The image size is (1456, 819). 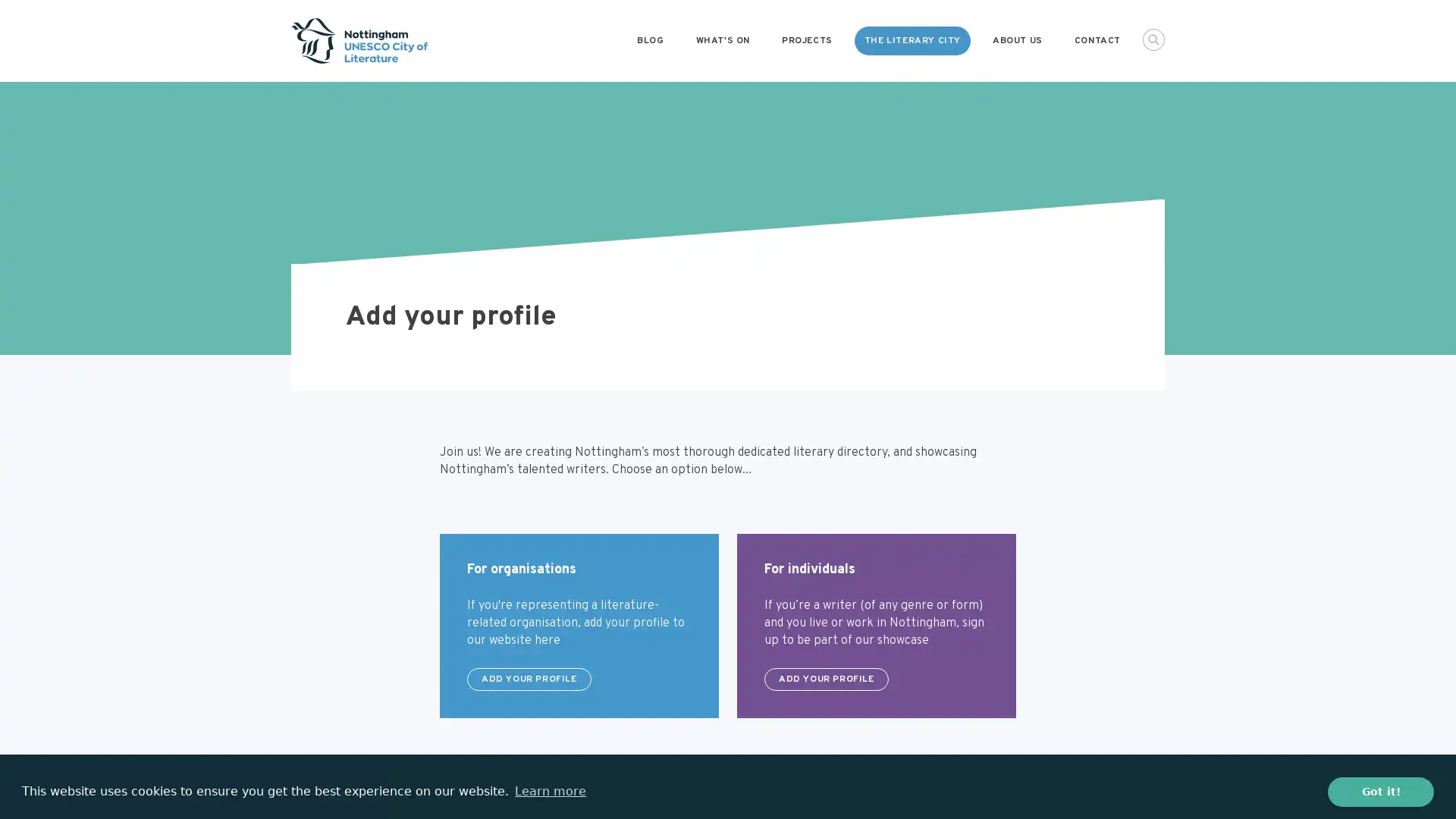 I want to click on learn more about cookies, so click(x=549, y=791).